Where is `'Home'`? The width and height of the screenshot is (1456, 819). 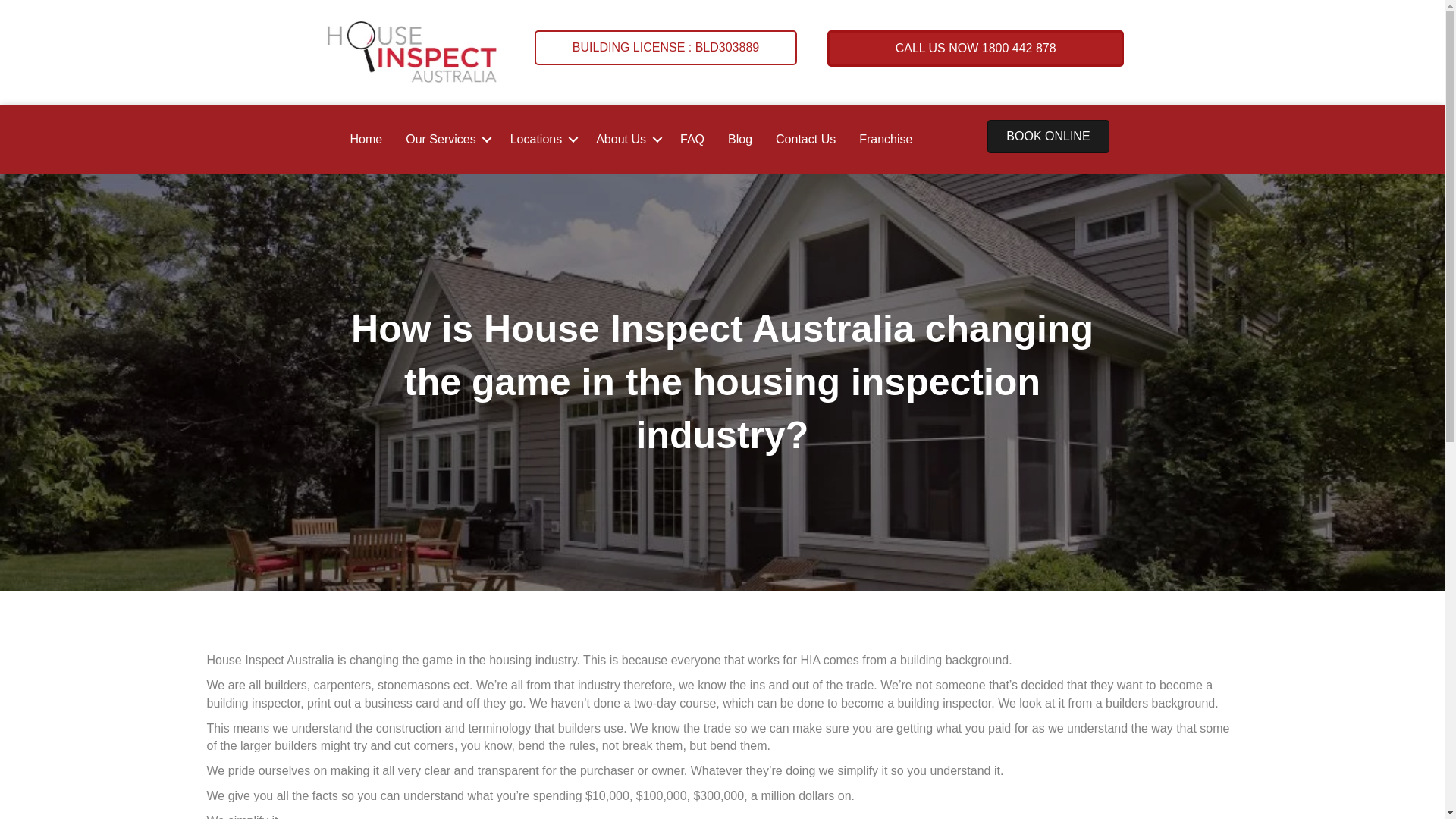
'Home' is located at coordinates (366, 139).